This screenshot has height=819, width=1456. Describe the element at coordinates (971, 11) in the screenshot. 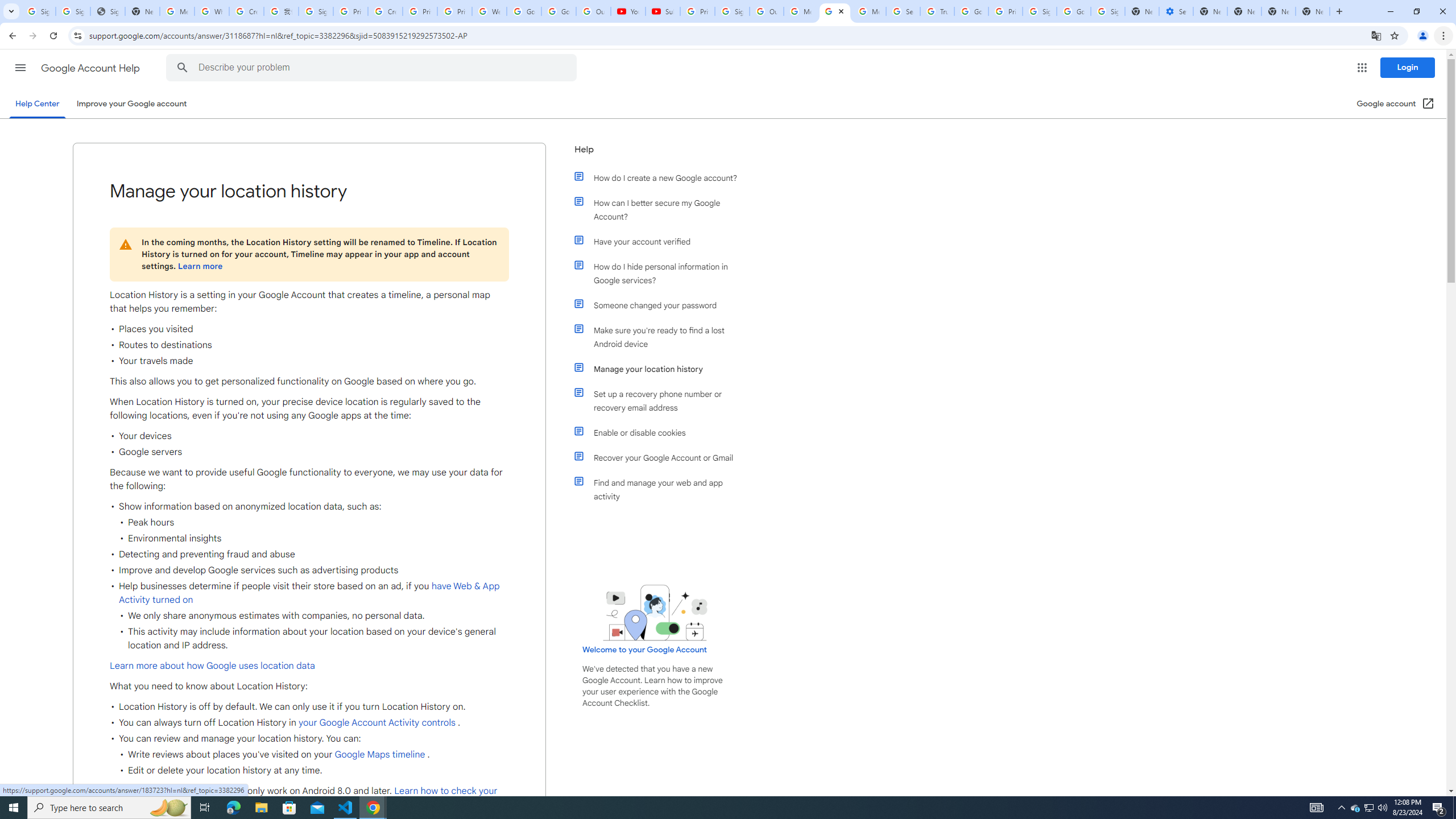

I see `'Google Ads - Sign in'` at that location.